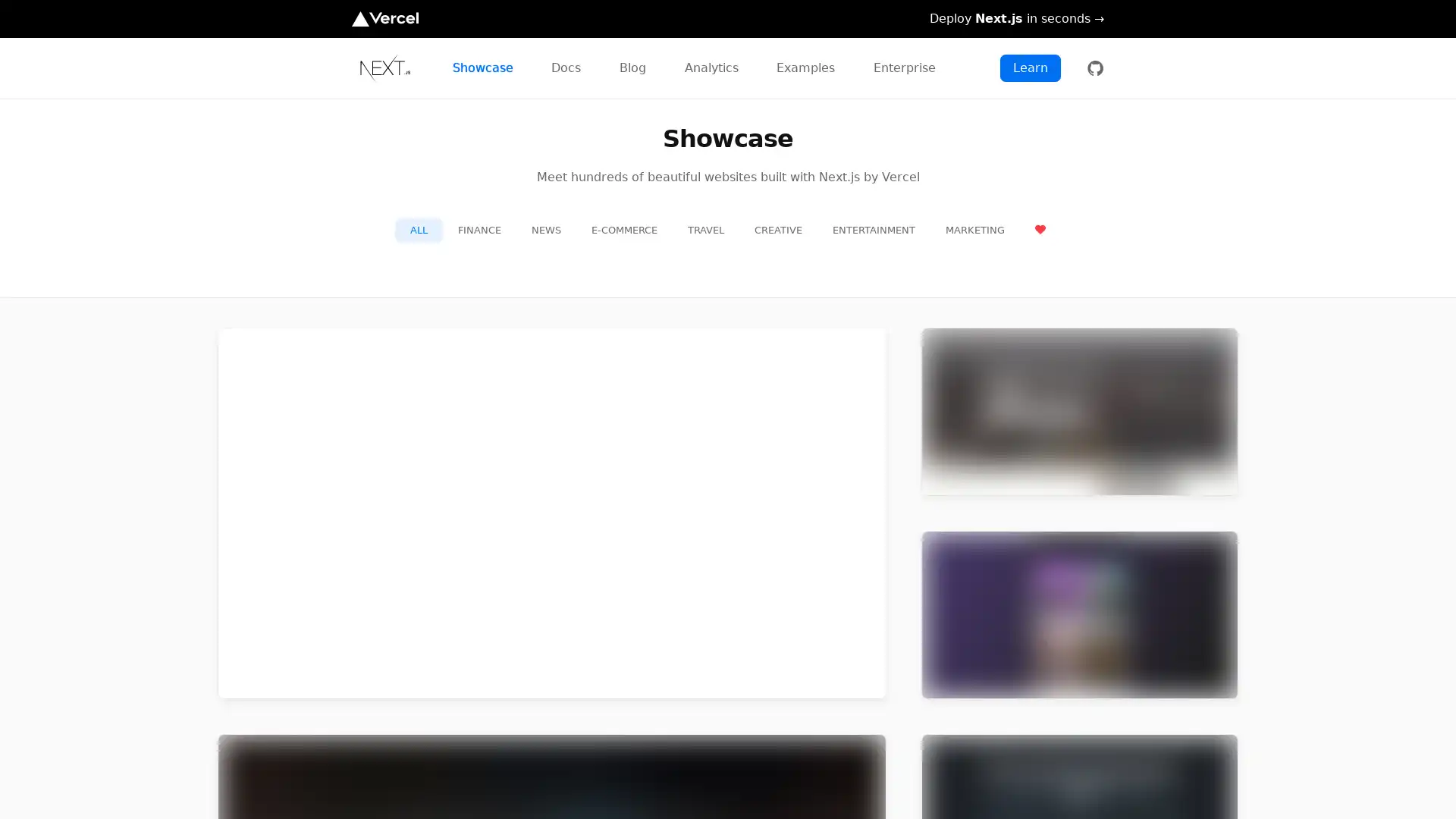 Image resolution: width=1456 pixels, height=819 pixels. What do you see at coordinates (551, 512) in the screenshot?
I see `preview for TikTok TikTok https://m.tiktok.com` at bounding box center [551, 512].